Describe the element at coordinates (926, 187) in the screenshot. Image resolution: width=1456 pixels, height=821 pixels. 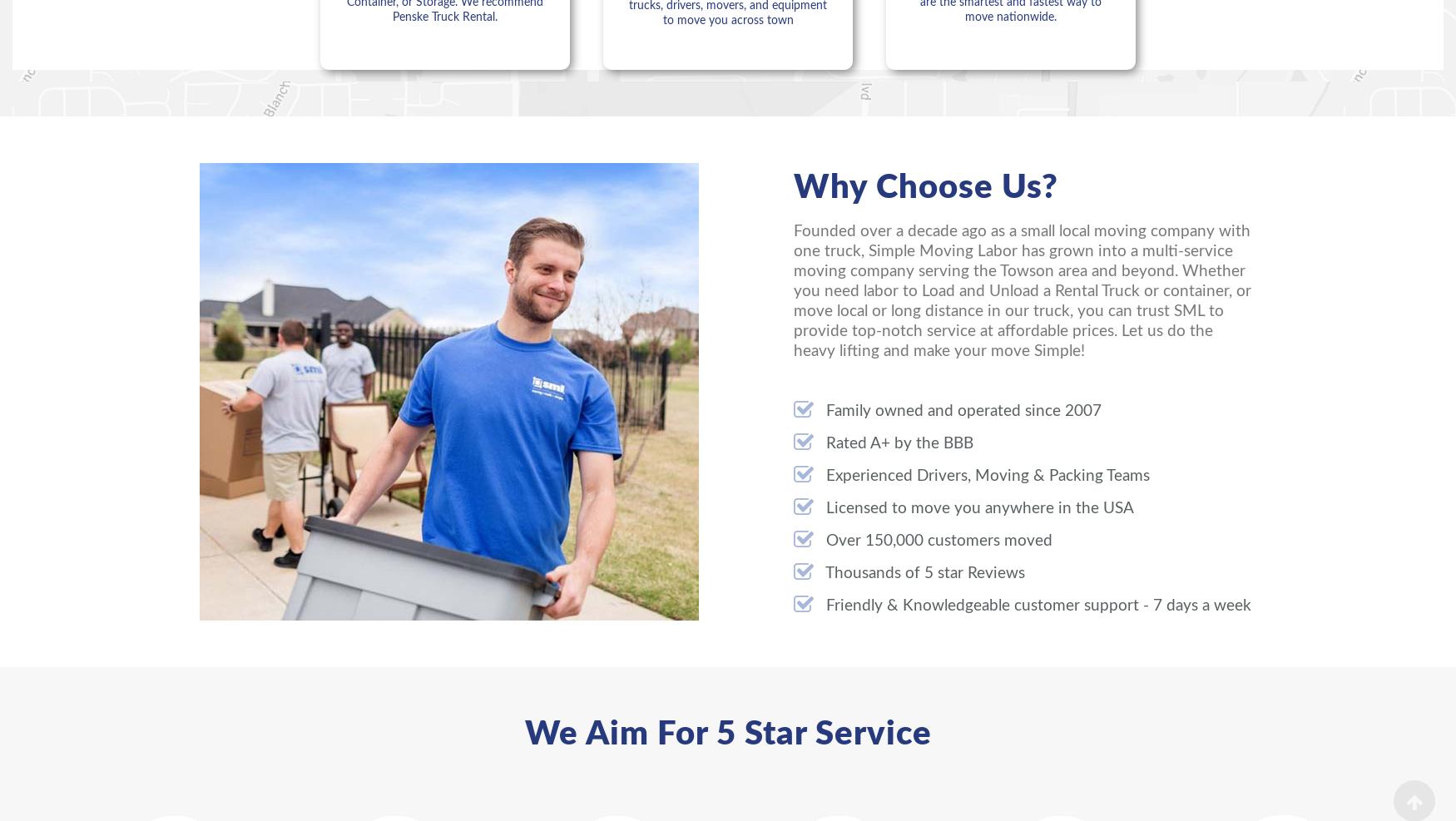
I see `'Why Choose Us?'` at that location.